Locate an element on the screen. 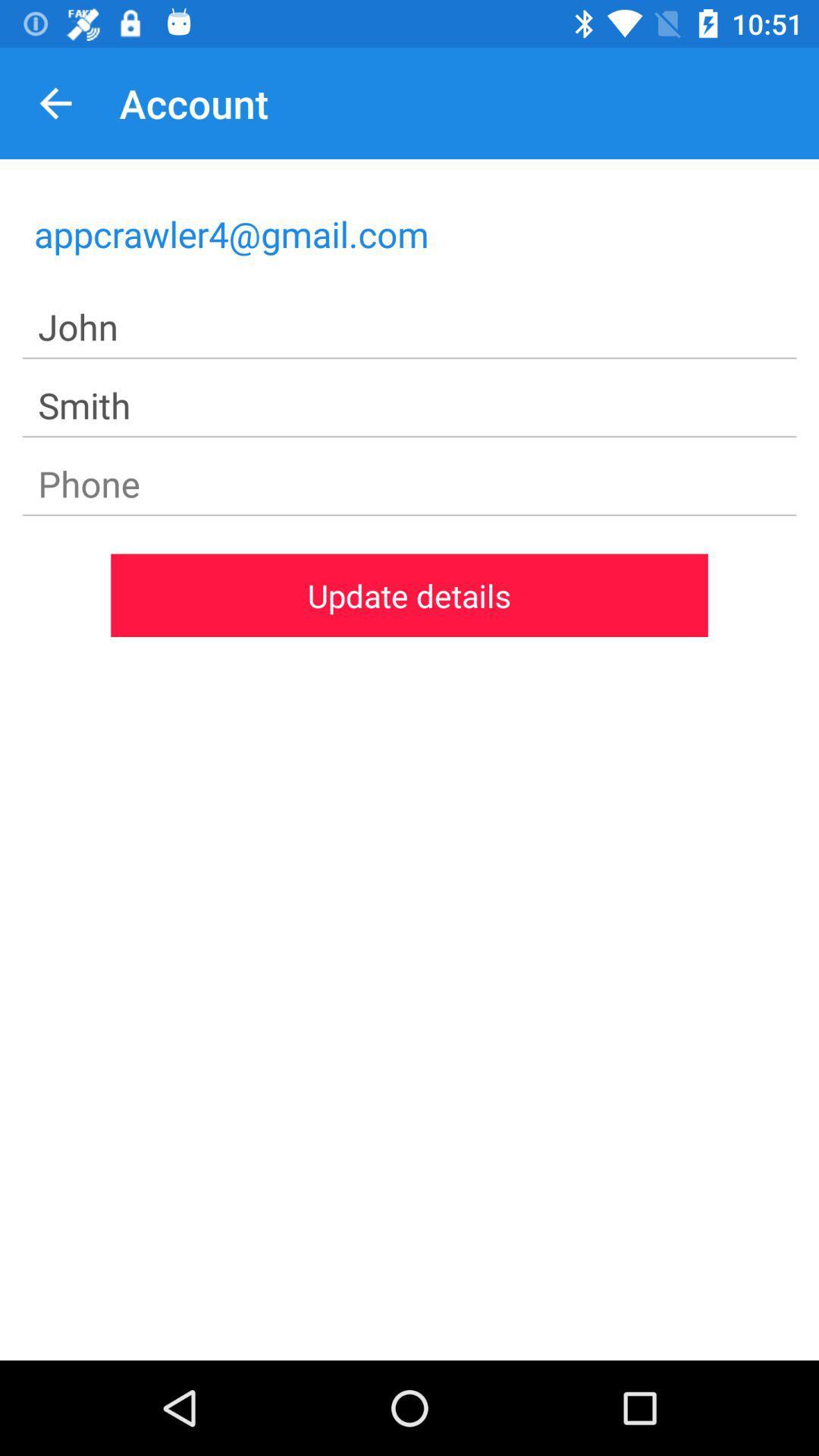 This screenshot has height=1456, width=819. the update details item is located at coordinates (409, 595).